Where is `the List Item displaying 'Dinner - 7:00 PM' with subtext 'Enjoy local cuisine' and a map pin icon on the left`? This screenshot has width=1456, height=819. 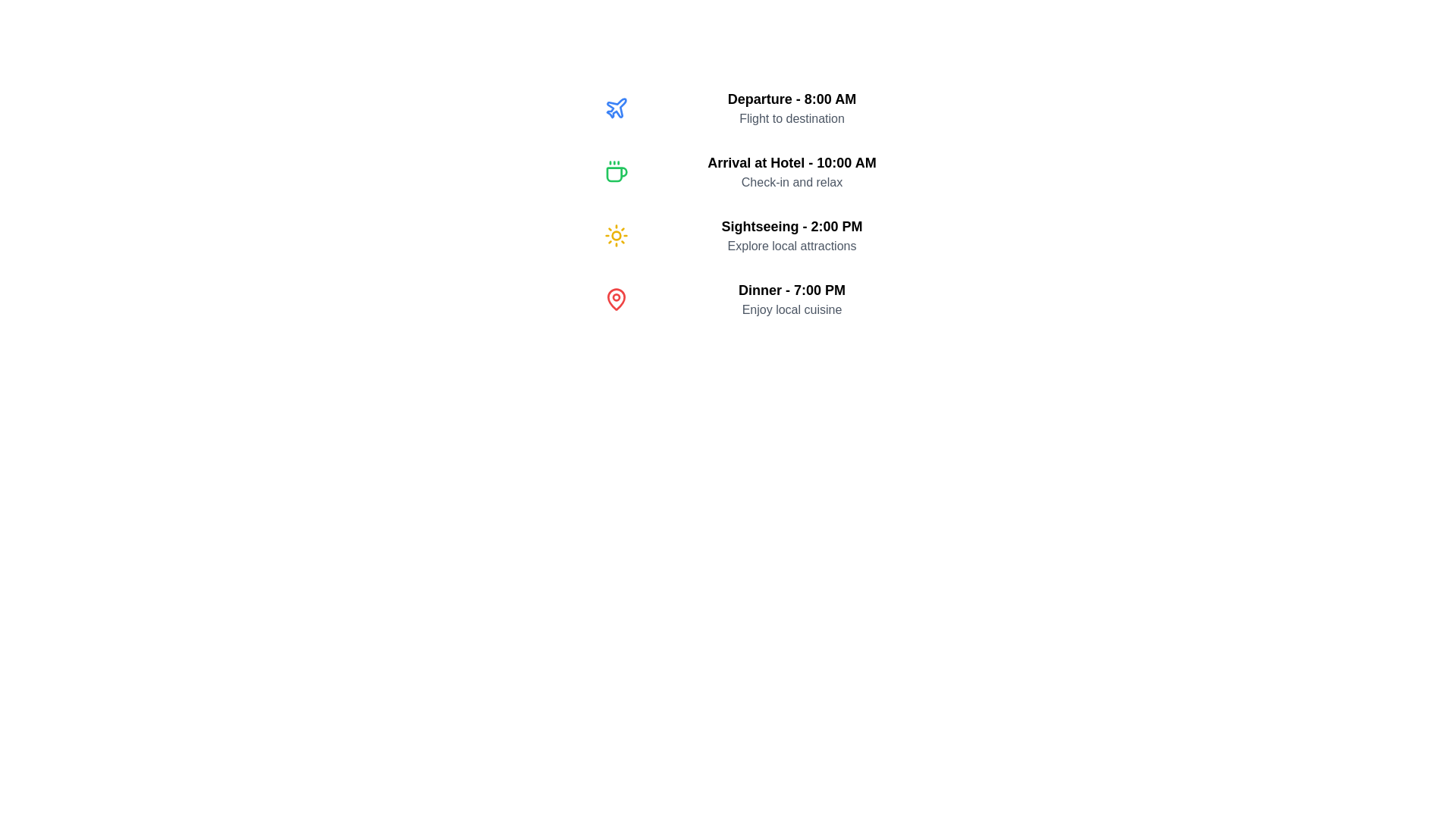
the List Item displaying 'Dinner - 7:00 PM' with subtext 'Enjoy local cuisine' and a map pin icon on the left is located at coordinates (773, 299).